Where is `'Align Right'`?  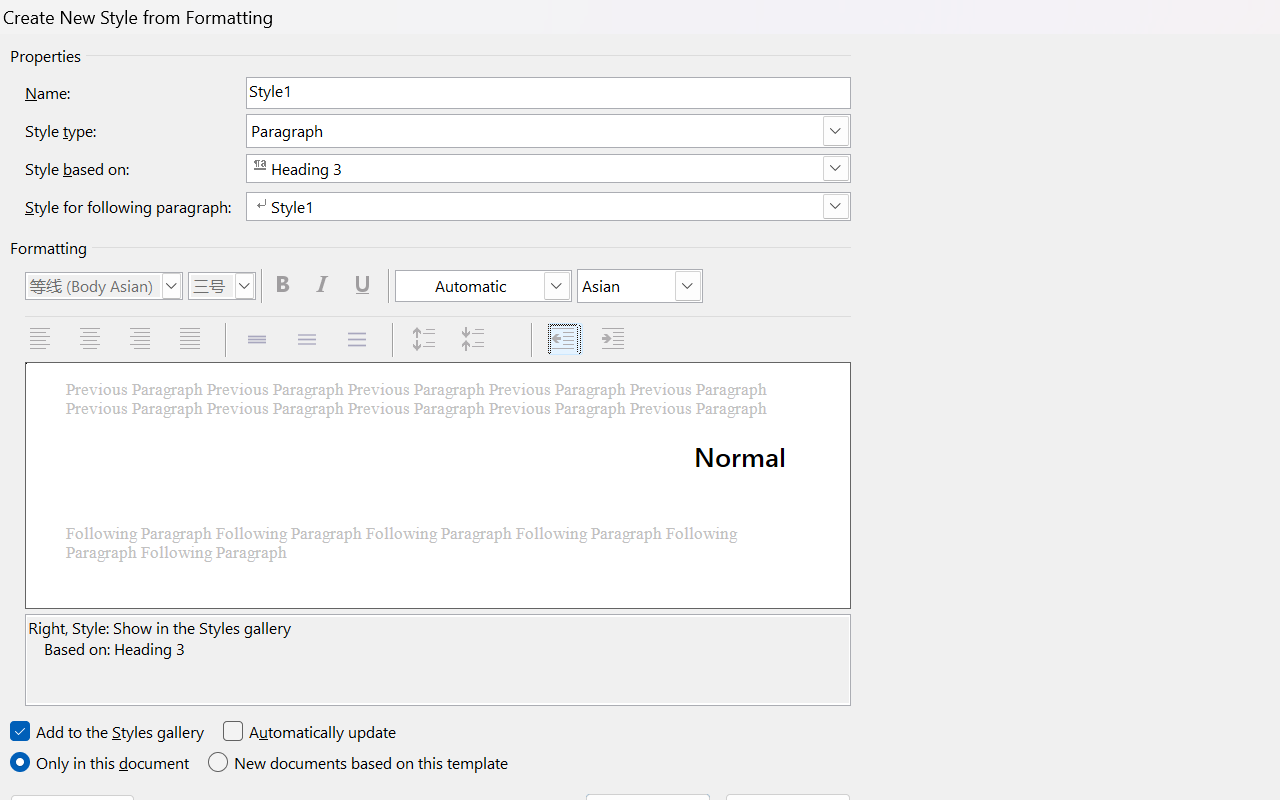
'Align Right' is located at coordinates (141, 339).